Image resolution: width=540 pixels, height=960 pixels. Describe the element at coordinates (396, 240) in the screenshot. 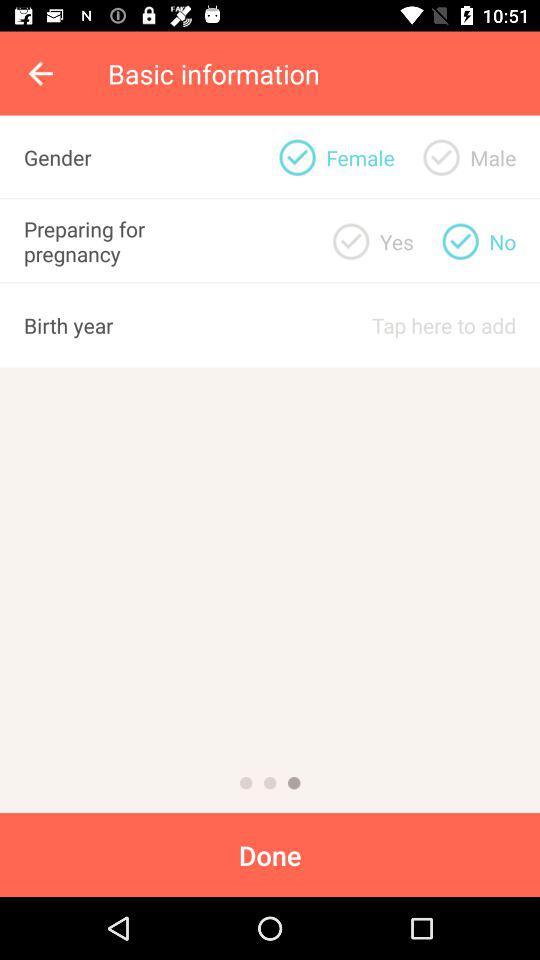

I see `the yes icon` at that location.